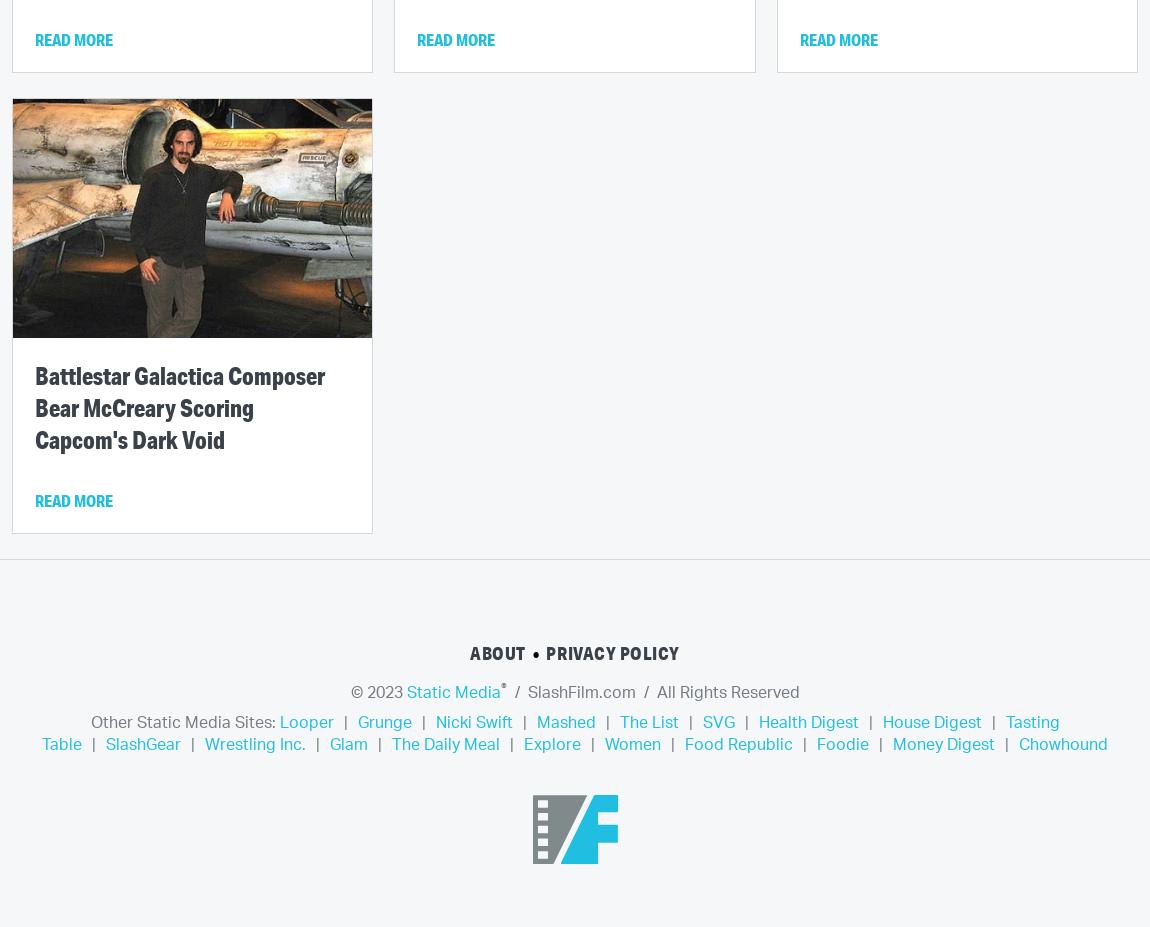  Describe the element at coordinates (552, 744) in the screenshot. I see `'Explore'` at that location.